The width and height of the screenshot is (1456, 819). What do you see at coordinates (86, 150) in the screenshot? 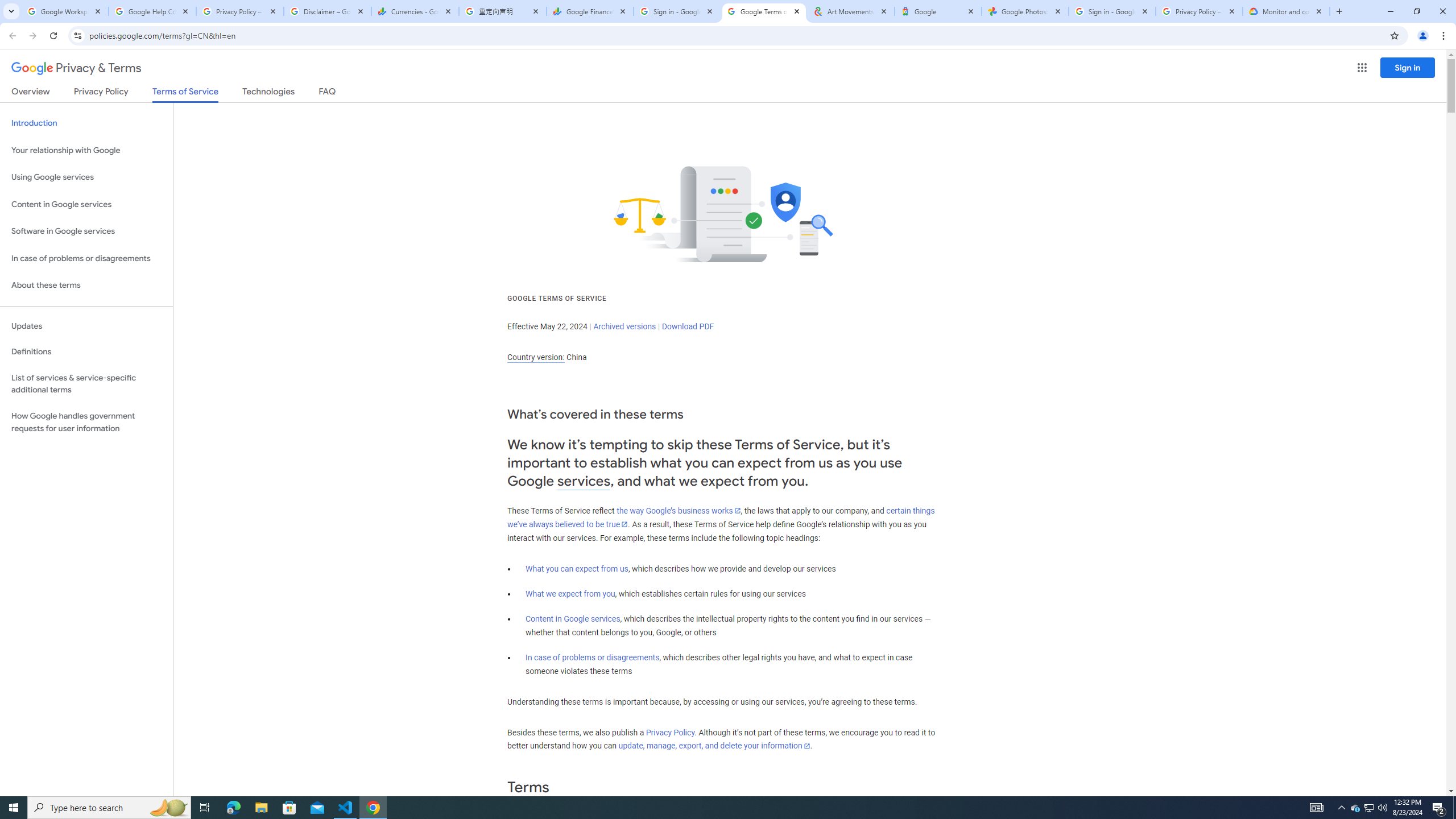
I see `'Your relationship with Google'` at bounding box center [86, 150].